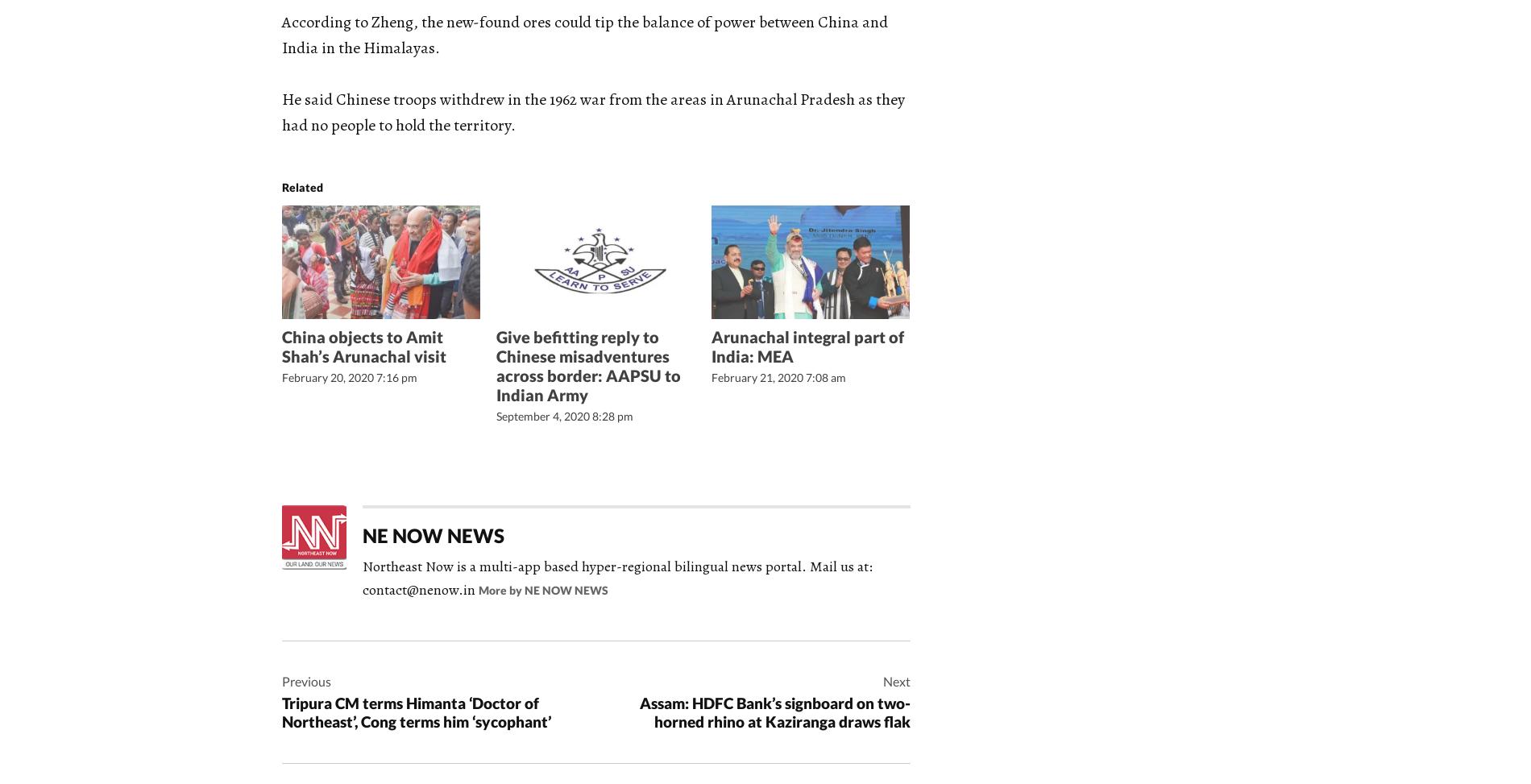 The width and height of the screenshot is (1531, 784). I want to click on 'Next', so click(897, 681).